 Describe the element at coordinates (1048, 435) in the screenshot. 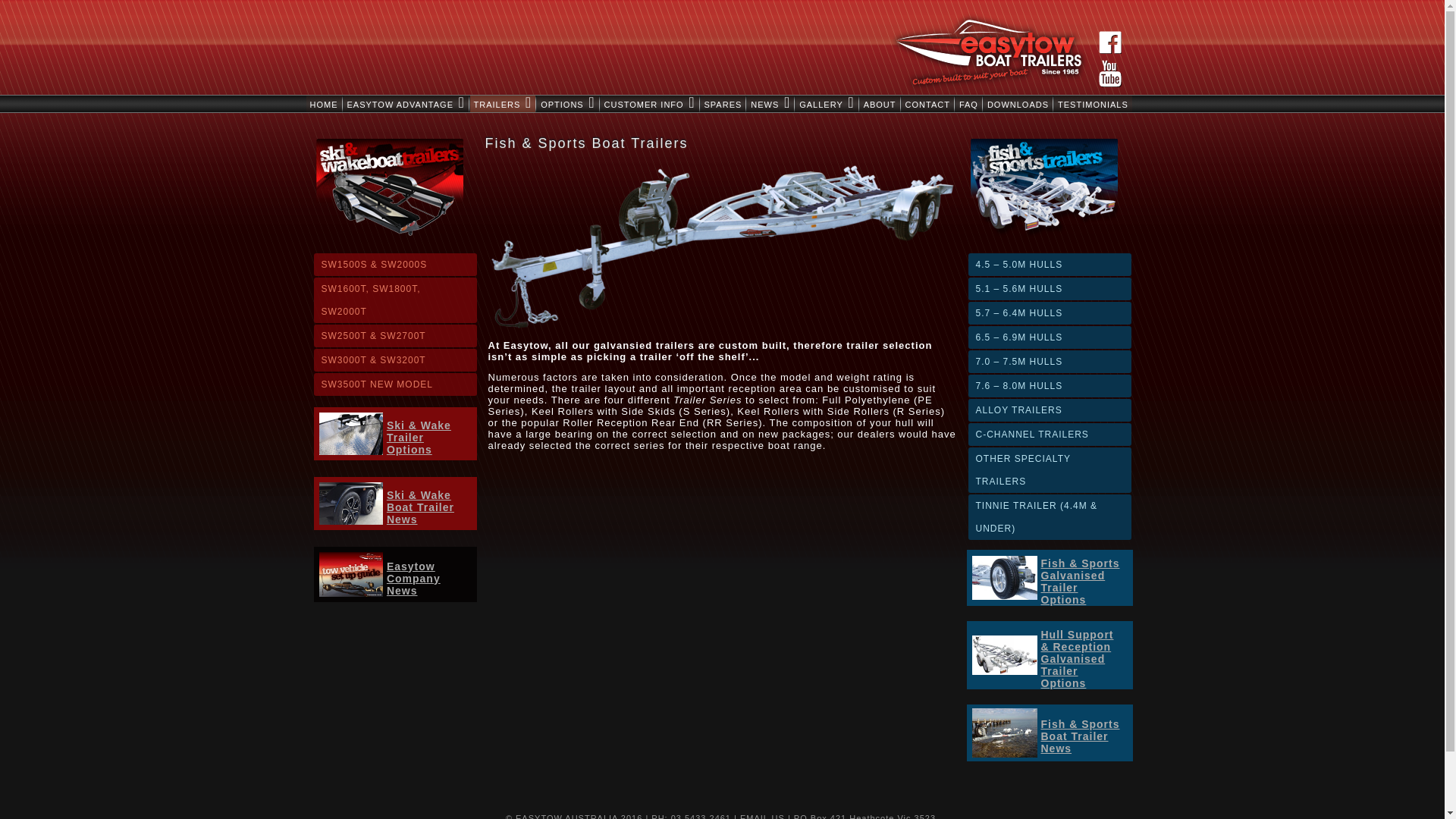

I see `'C-CHANNEL TRAILERS'` at that location.